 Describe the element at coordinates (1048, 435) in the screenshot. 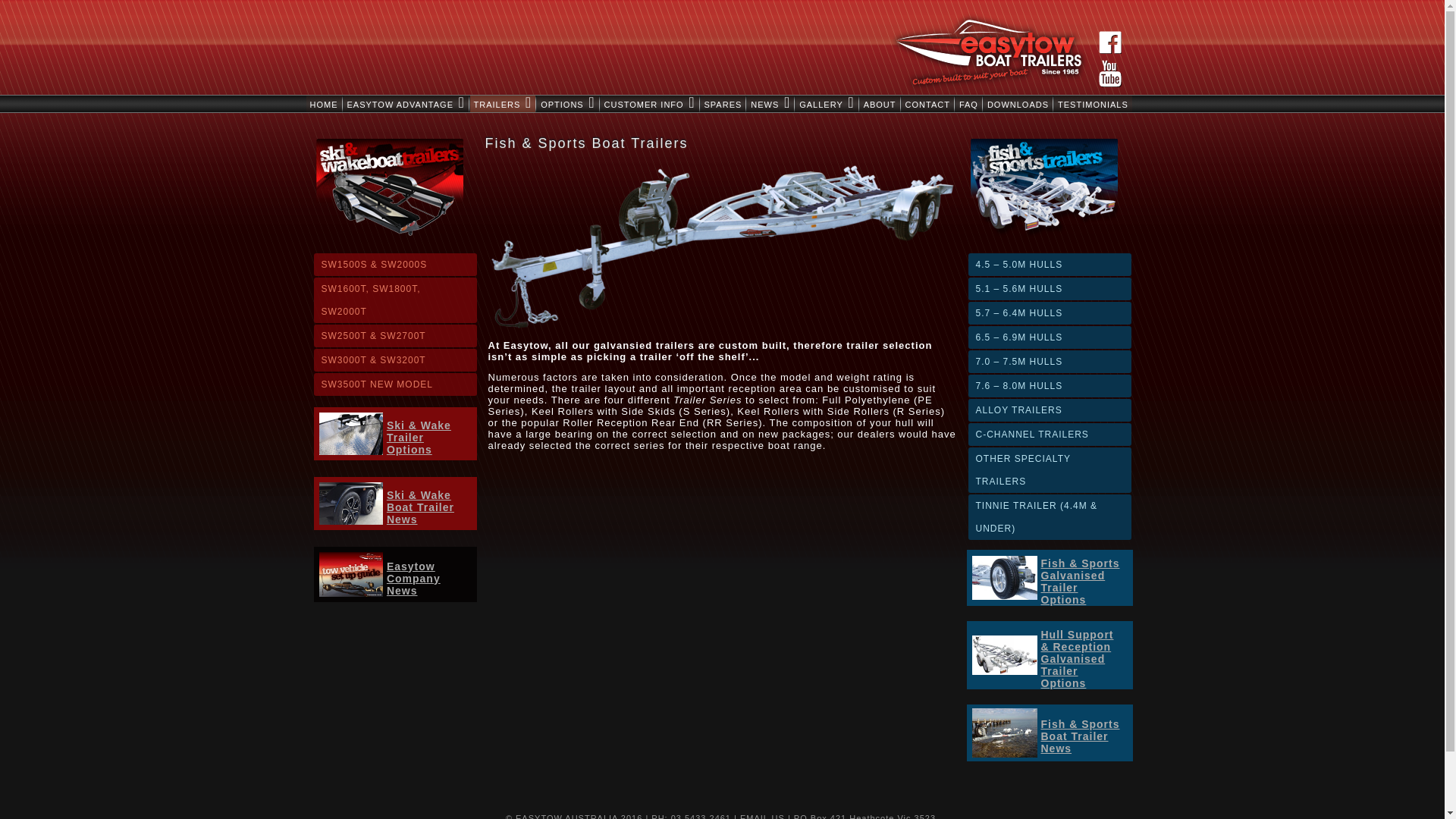

I see `'C-CHANNEL TRAILERS'` at that location.